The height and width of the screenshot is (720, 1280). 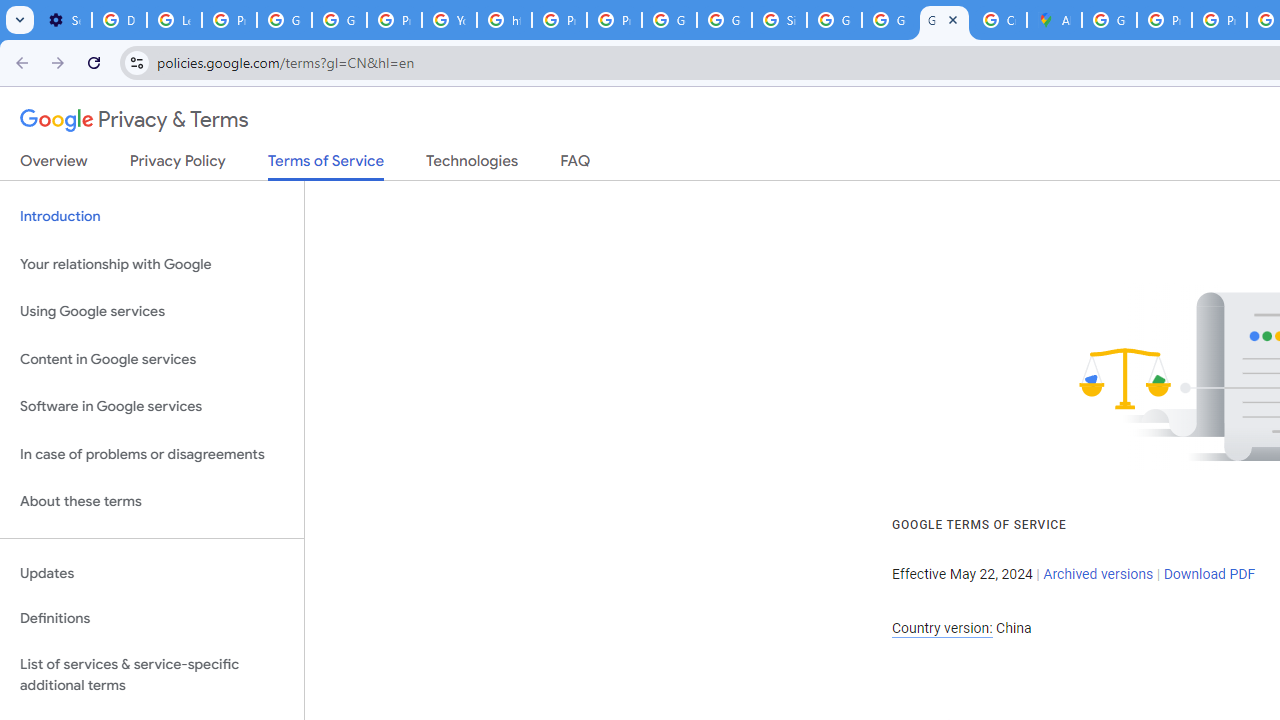 What do you see at coordinates (177, 164) in the screenshot?
I see `'Privacy Policy'` at bounding box center [177, 164].